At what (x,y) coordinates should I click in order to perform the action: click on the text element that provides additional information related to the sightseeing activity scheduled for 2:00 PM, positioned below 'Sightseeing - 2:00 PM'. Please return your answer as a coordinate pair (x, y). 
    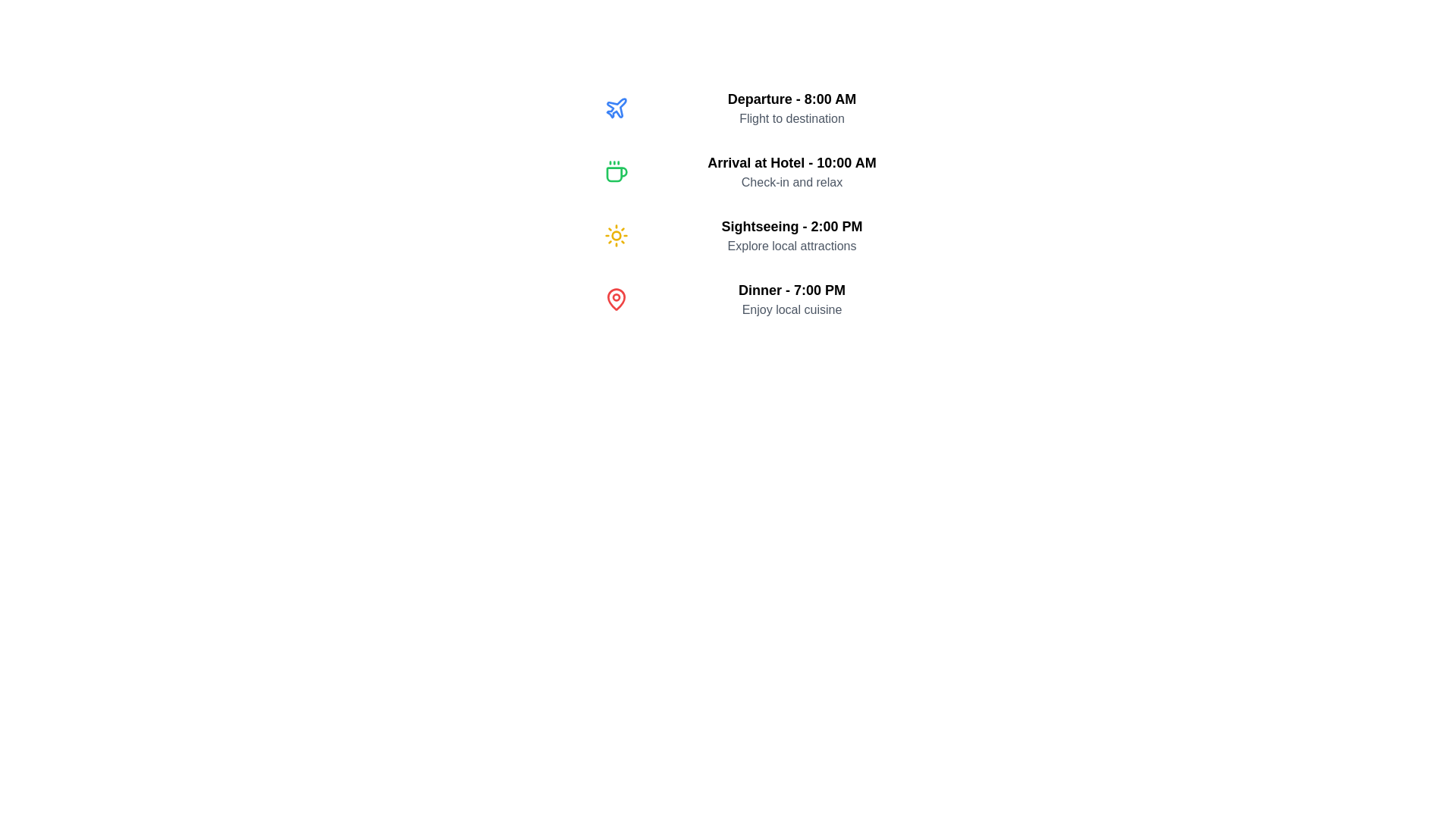
    Looking at the image, I should click on (791, 245).